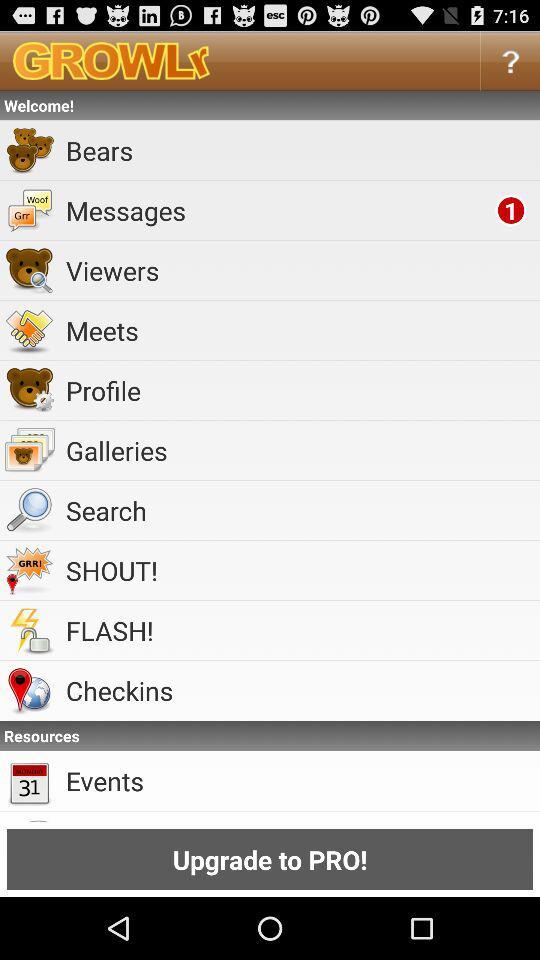 The width and height of the screenshot is (540, 960). Describe the element at coordinates (276, 210) in the screenshot. I see `item below bears item` at that location.